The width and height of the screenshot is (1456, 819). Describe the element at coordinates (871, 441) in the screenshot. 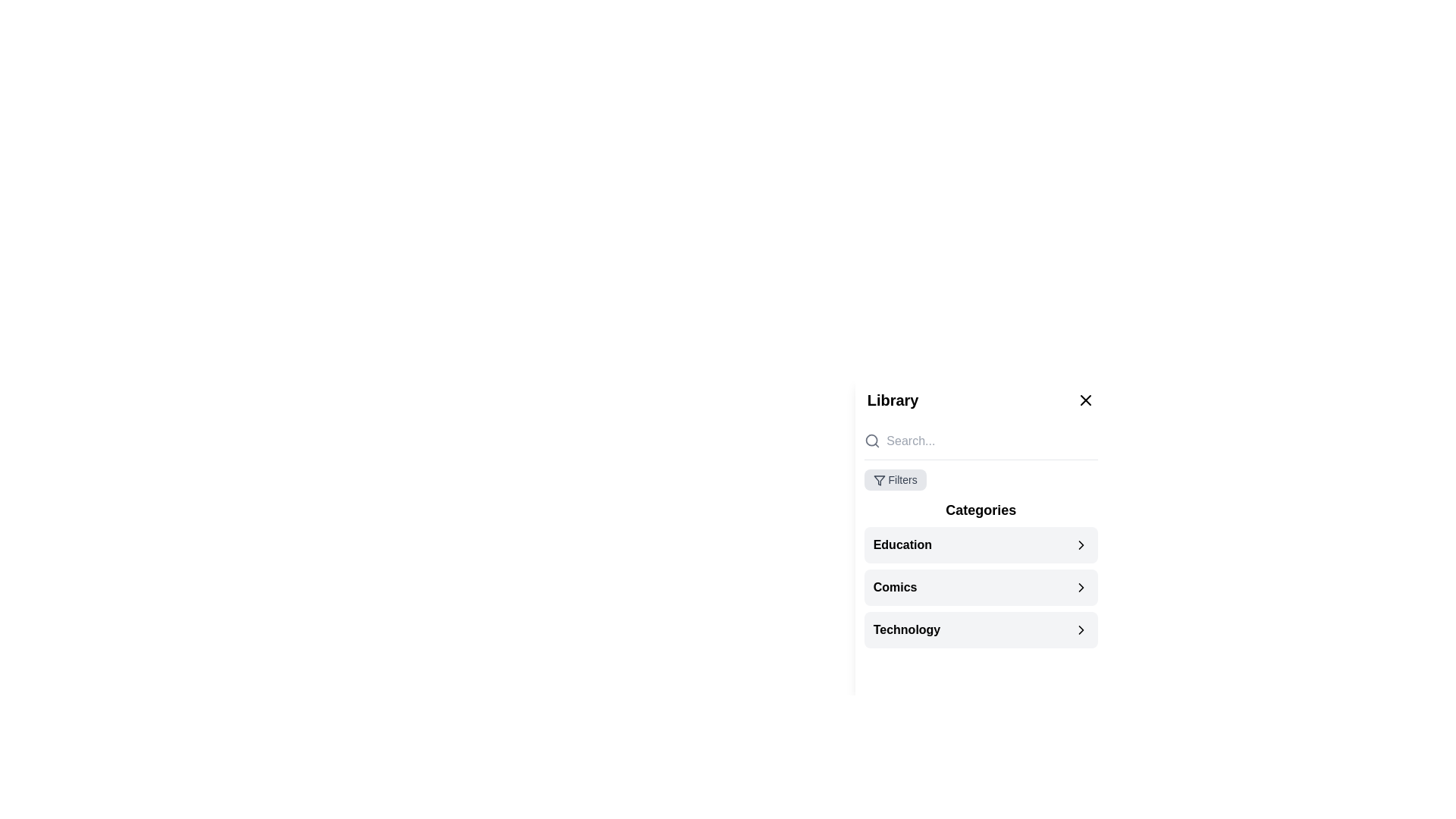

I see `the circular element that serves as a visual indicator within the search icon, located in the top-left region of the library panel` at that location.